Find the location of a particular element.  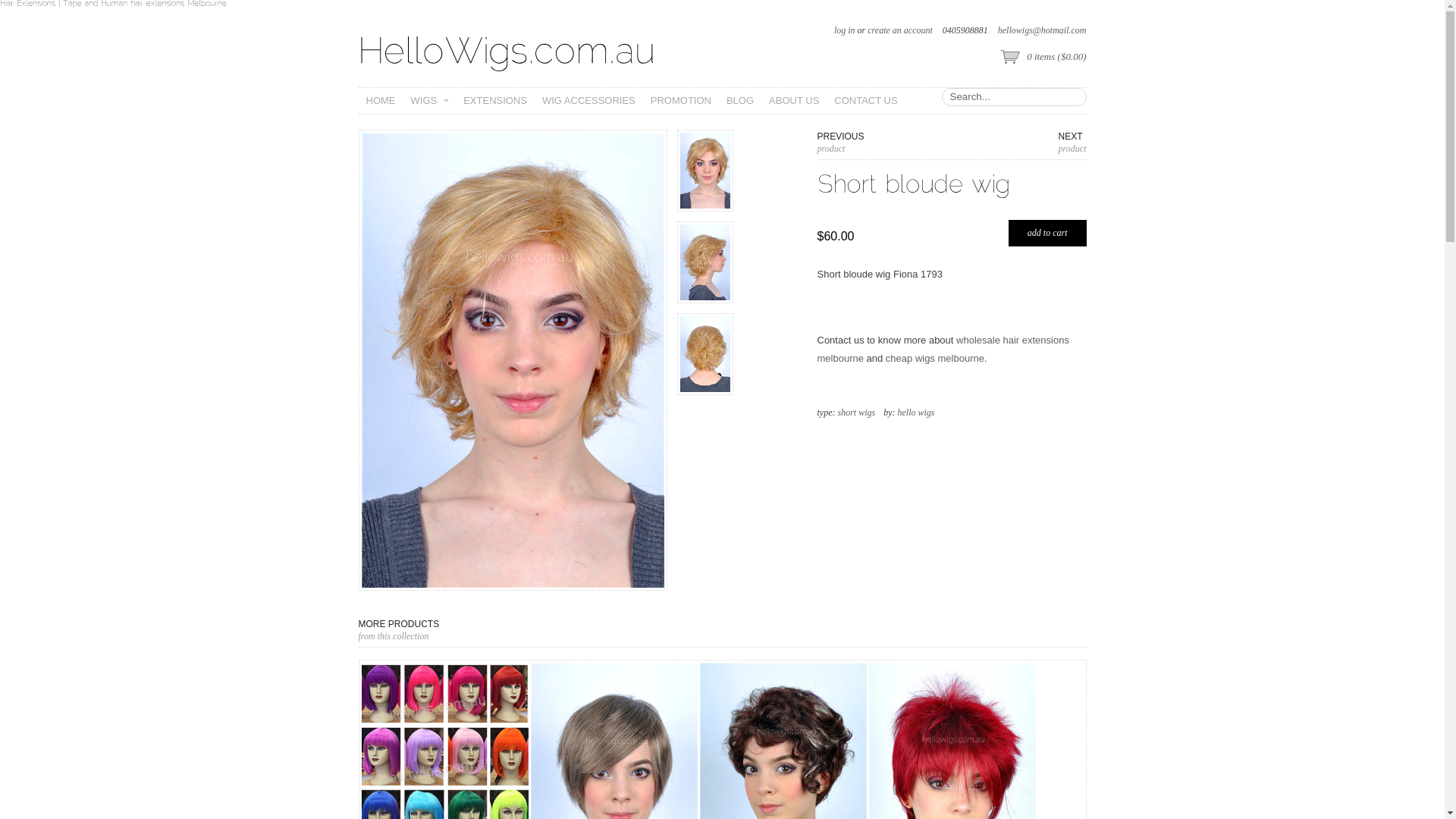

'EXTENSIONS' is located at coordinates (494, 100).